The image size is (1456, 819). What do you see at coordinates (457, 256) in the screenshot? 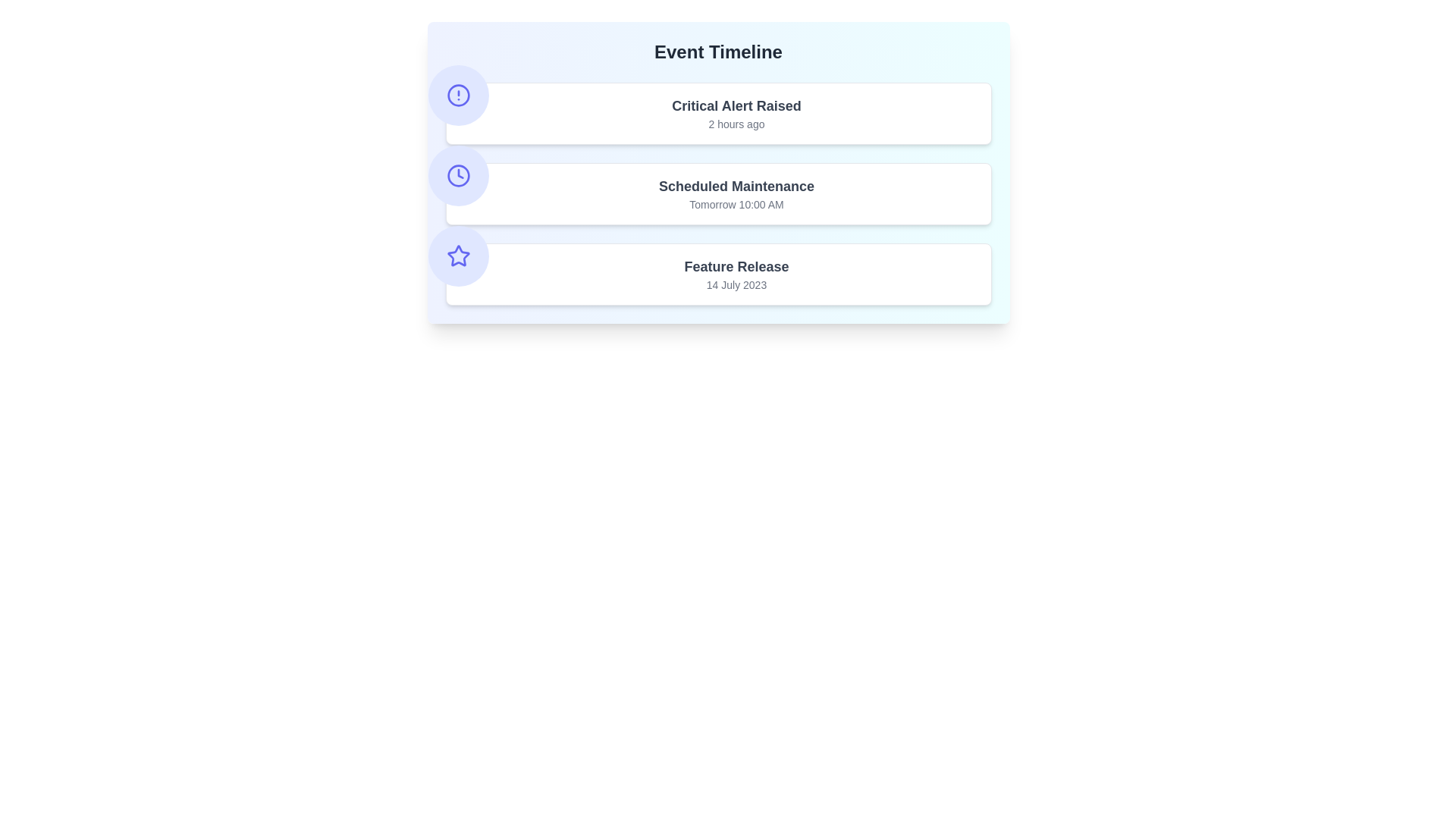
I see `the icon representing the event type Feature Release` at bounding box center [457, 256].